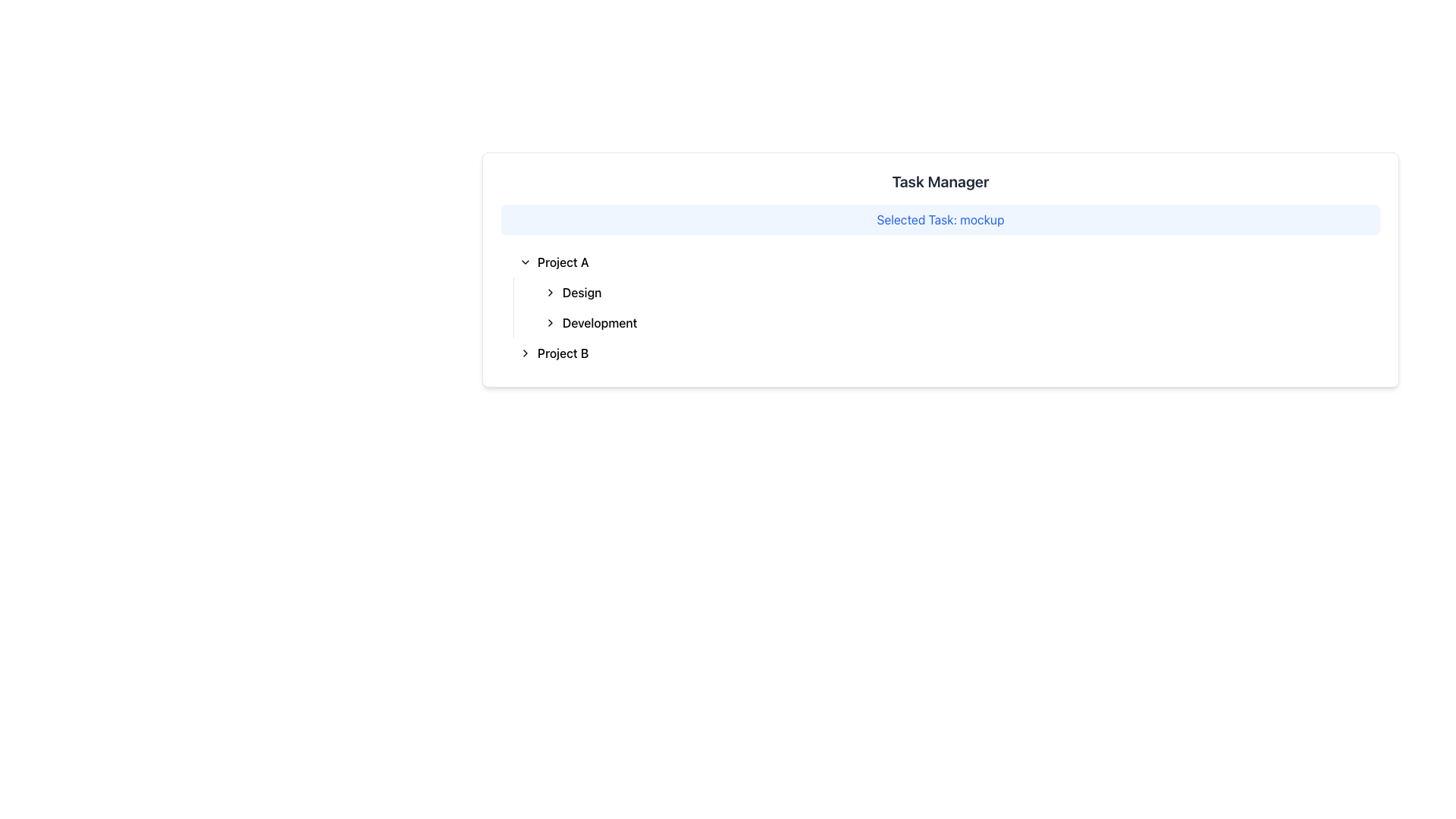 The height and width of the screenshot is (819, 1456). Describe the element at coordinates (549, 322) in the screenshot. I see `the right-pointing chevron icon located to the left of the 'Development' text in the list interface` at that location.